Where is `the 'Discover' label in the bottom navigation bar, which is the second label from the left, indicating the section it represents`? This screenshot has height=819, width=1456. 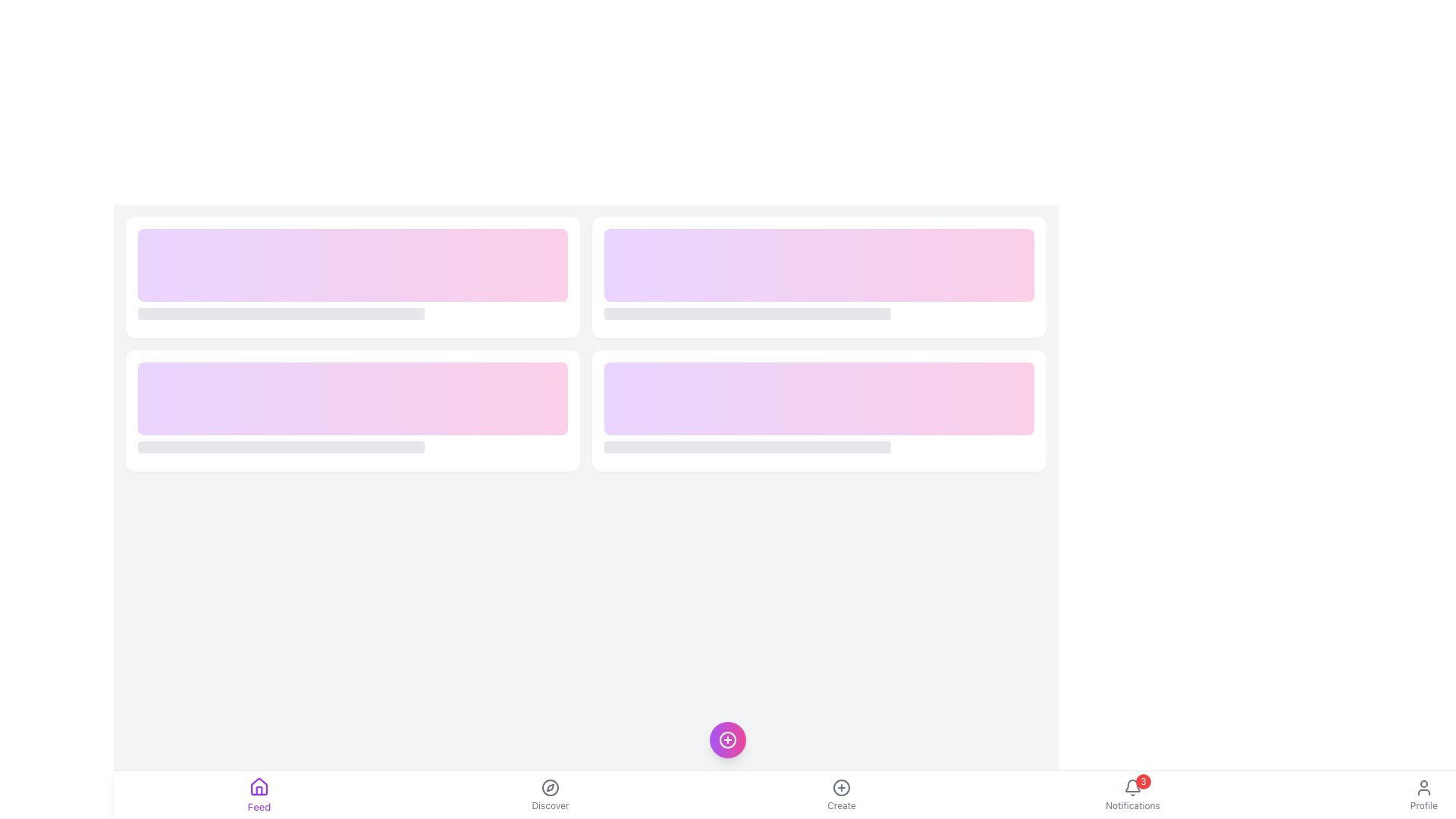
the 'Discover' label in the bottom navigation bar, which is the second label from the left, indicating the section it represents is located at coordinates (549, 805).